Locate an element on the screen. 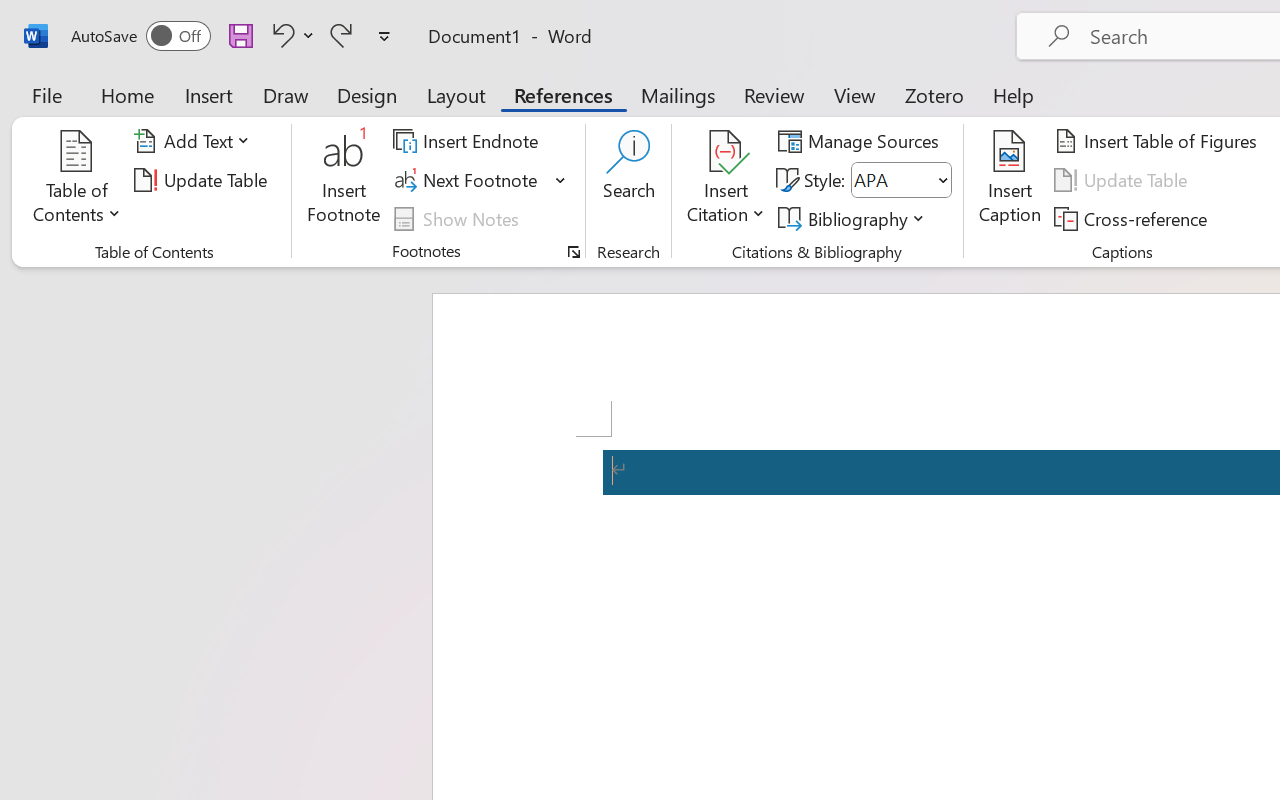  'Redo Apply Quick Style' is located at coordinates (341, 34).